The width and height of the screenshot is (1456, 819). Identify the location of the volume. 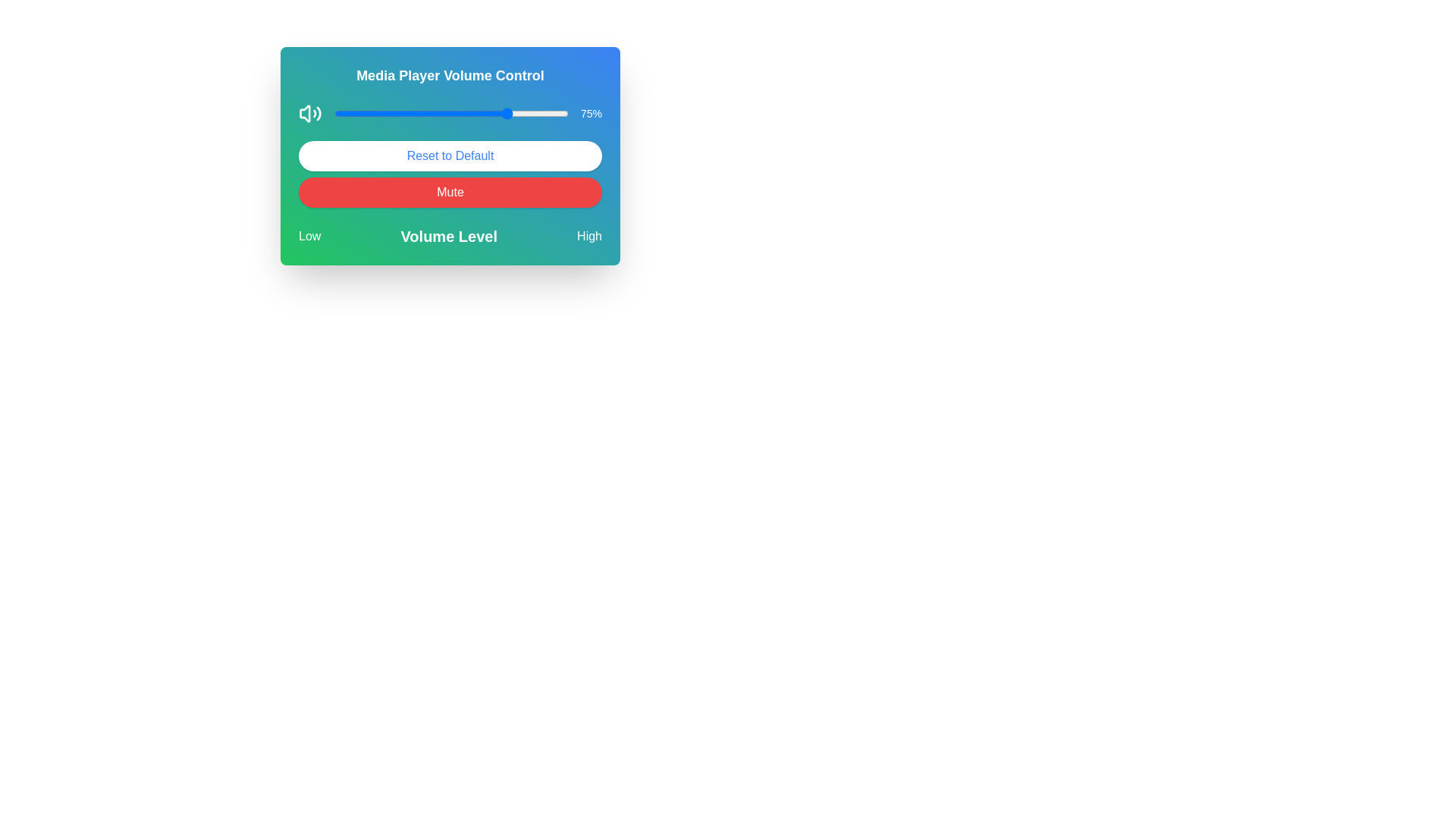
(343, 113).